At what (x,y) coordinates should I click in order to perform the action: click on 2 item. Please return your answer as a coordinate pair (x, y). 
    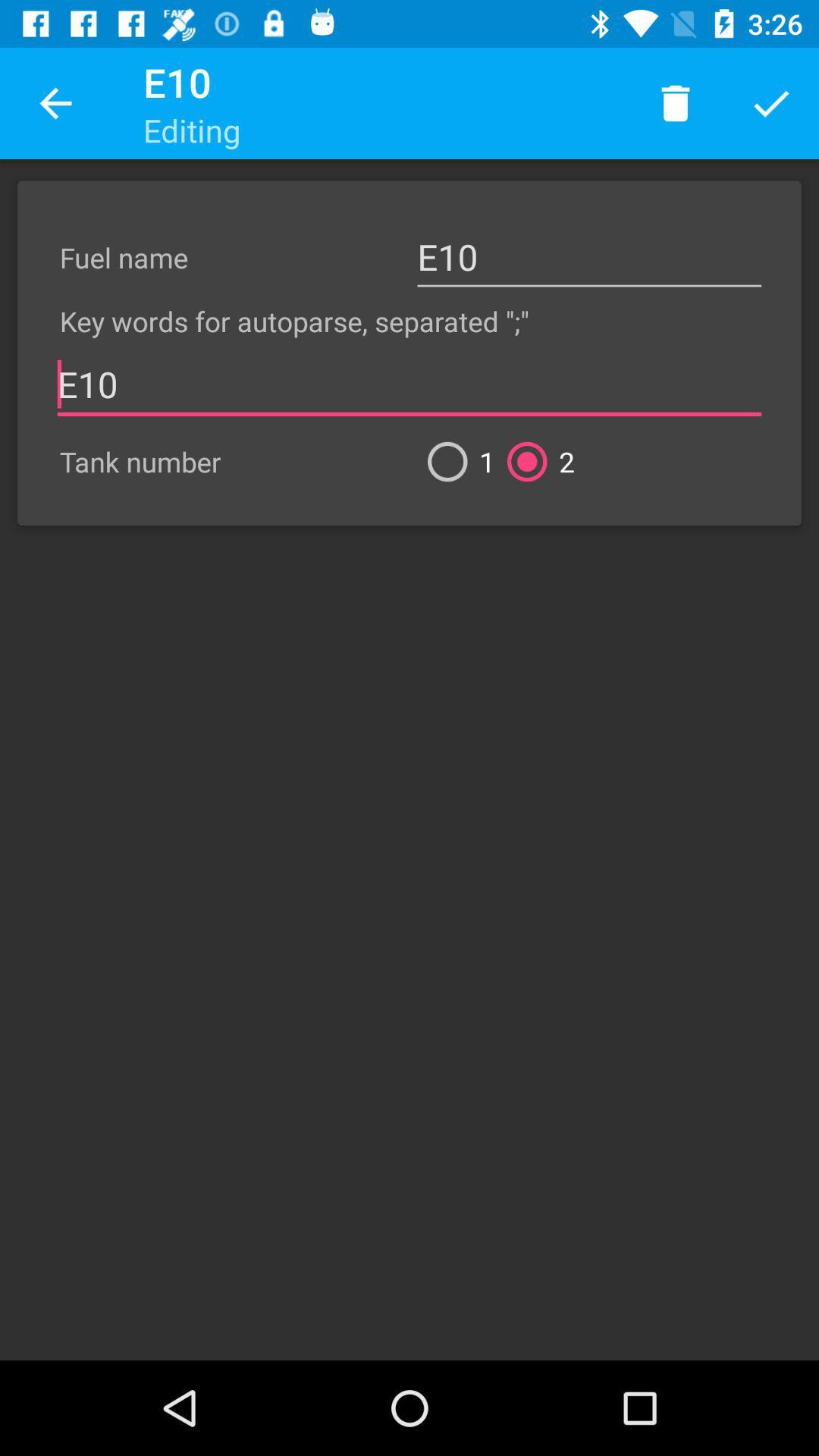
    Looking at the image, I should click on (534, 461).